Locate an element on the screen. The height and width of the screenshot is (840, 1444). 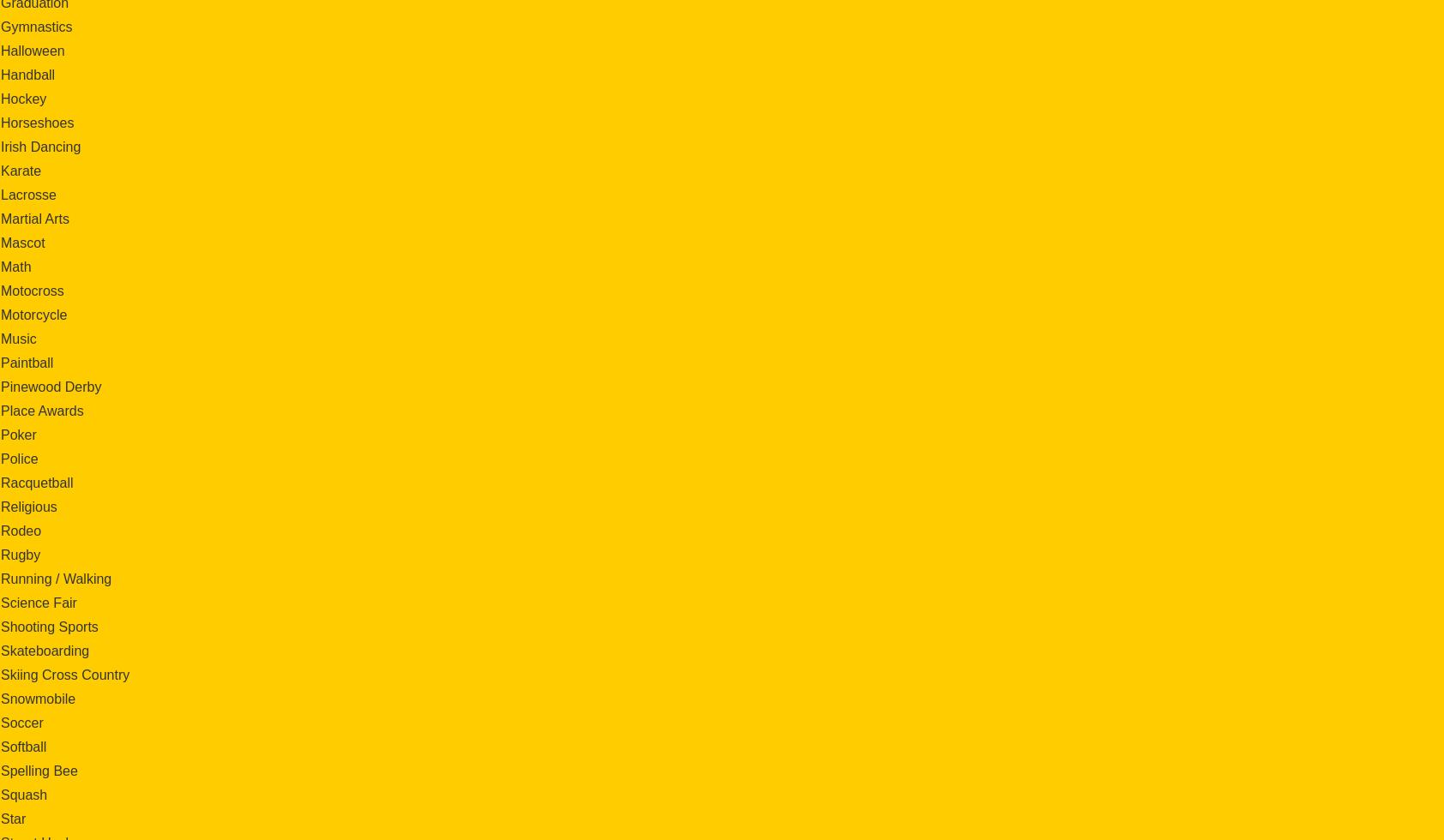
'Poker' is located at coordinates (17, 434).